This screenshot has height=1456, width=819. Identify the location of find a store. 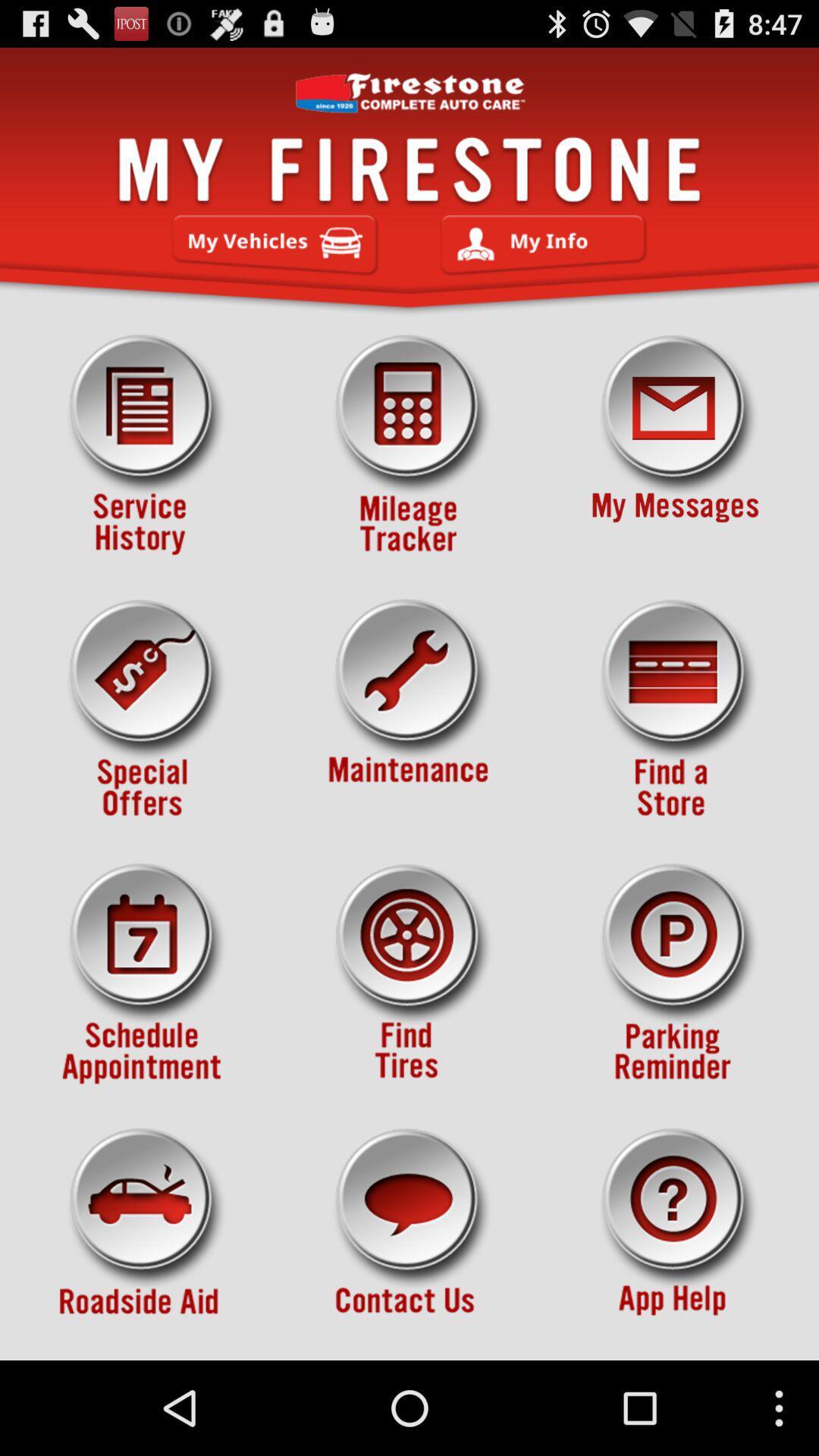
(675, 709).